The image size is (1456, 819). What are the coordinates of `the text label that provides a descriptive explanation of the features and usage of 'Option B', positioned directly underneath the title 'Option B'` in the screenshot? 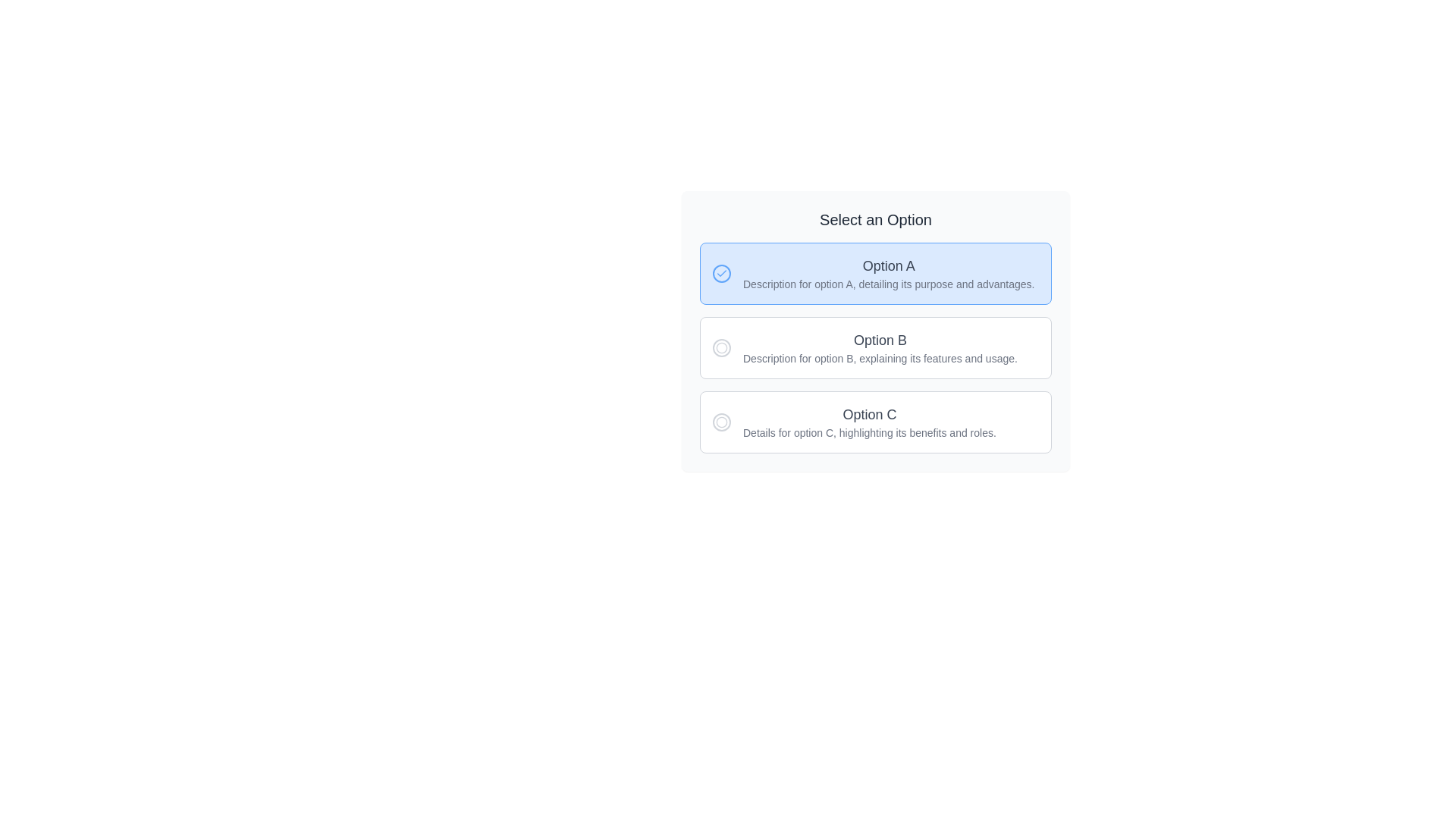 It's located at (880, 359).